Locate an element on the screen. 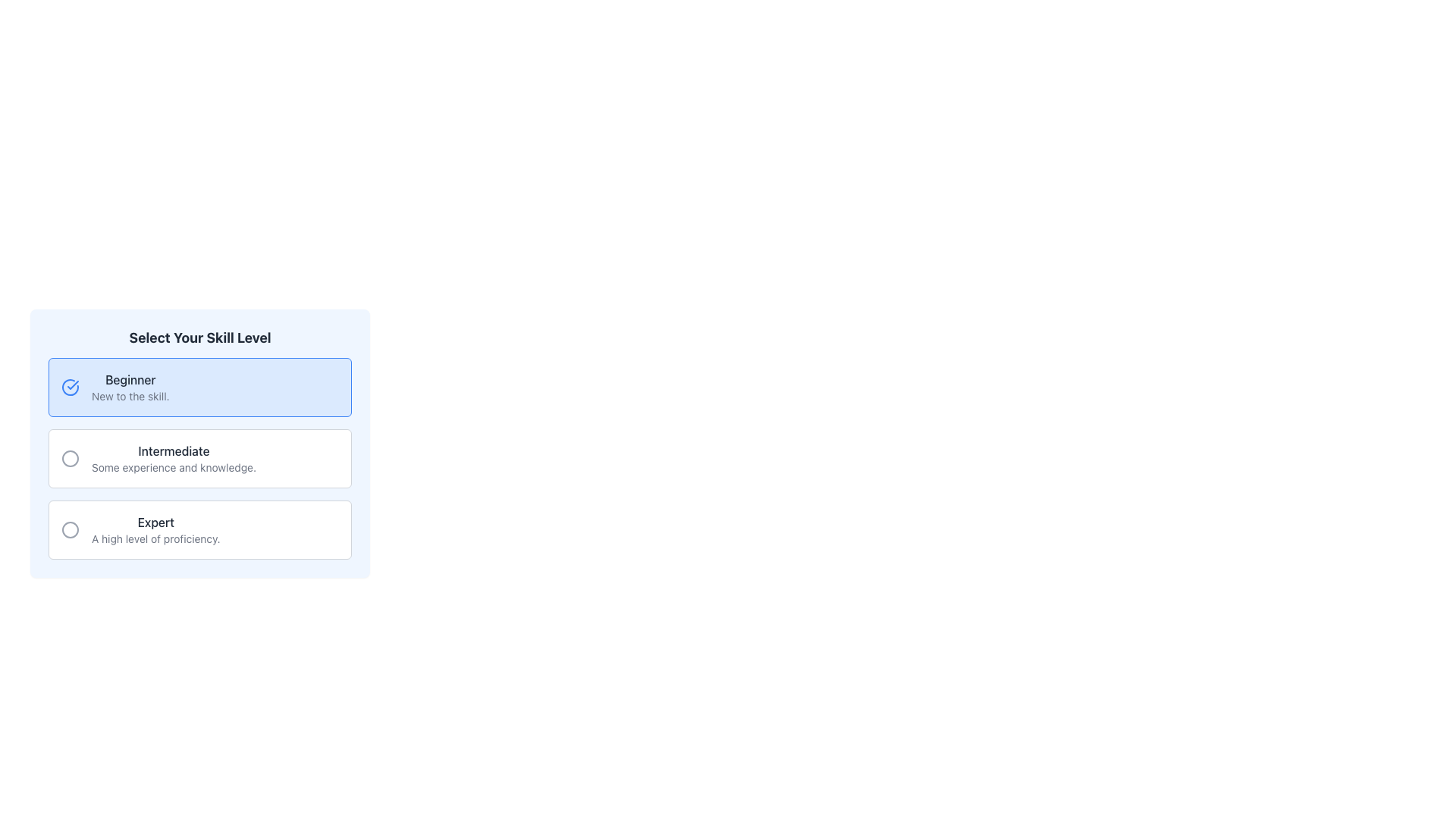 This screenshot has height=819, width=1456. the 'Intermediate' selectable card in the skill level selection interface to trigger any UI changes is located at coordinates (199, 444).